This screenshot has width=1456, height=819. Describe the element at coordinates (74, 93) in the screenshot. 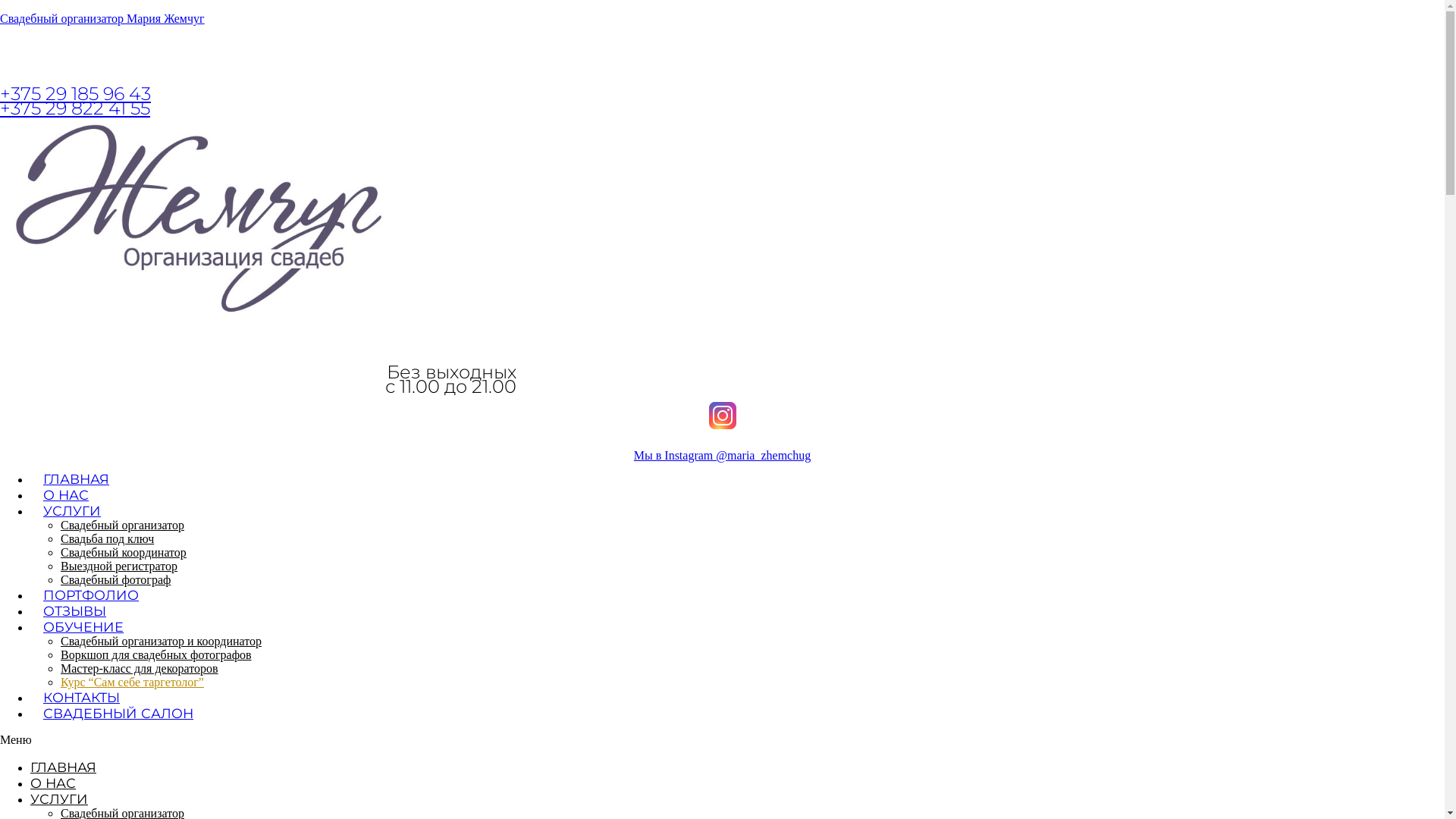

I see `'+375 29 185 96 43'` at that location.